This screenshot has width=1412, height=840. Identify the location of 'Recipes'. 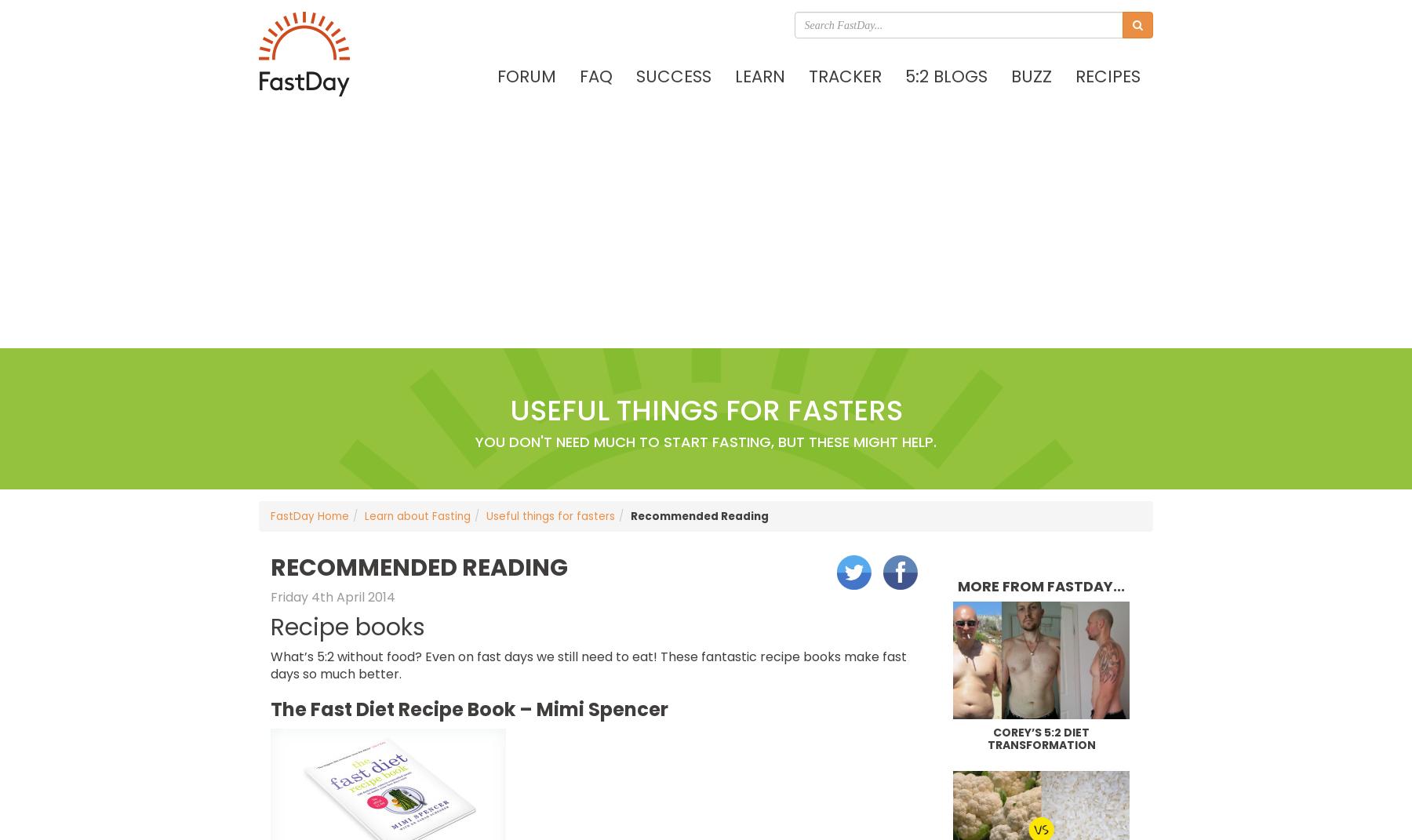
(1107, 75).